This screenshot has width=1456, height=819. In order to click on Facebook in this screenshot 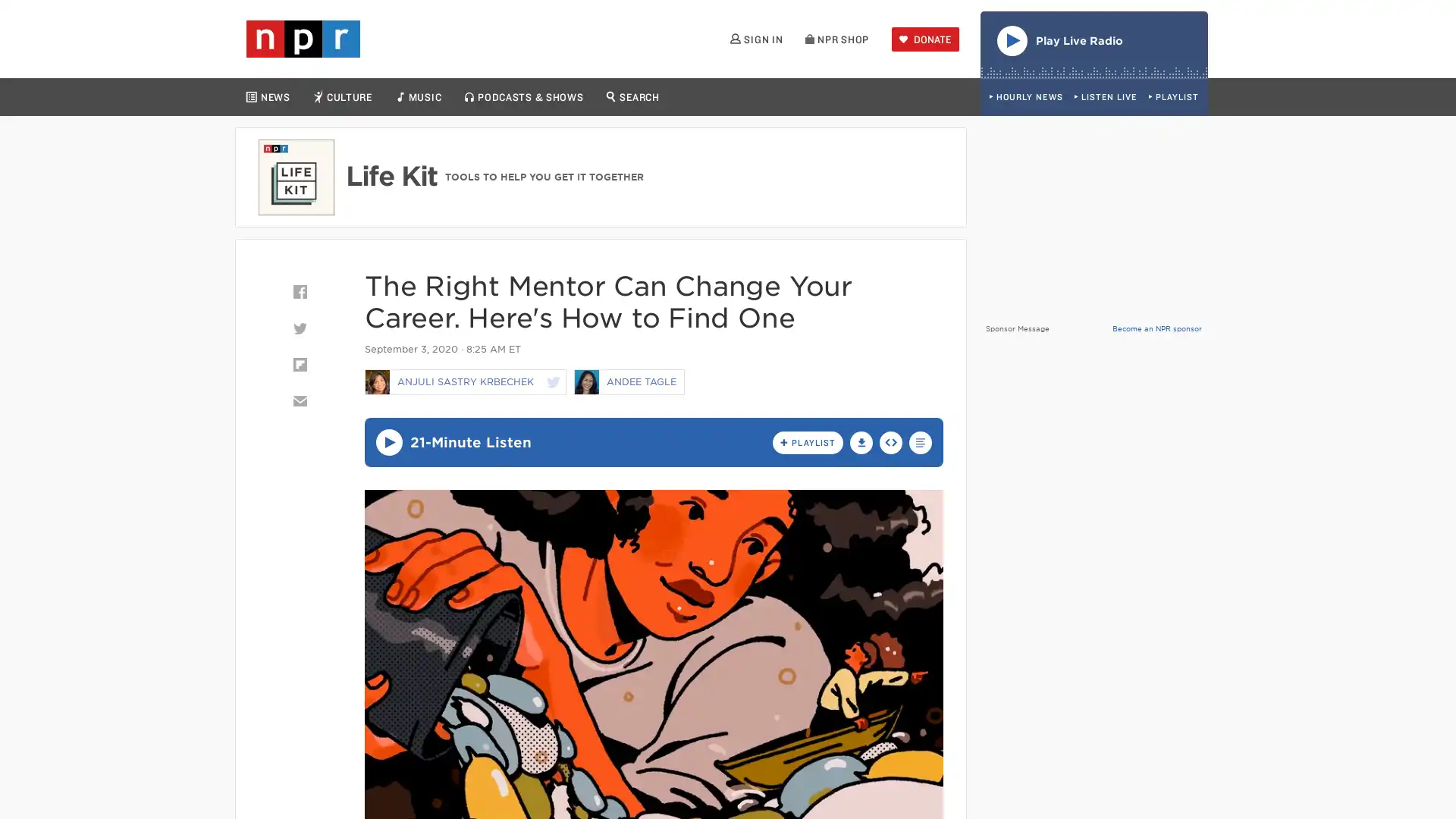, I will do `click(299, 292)`.